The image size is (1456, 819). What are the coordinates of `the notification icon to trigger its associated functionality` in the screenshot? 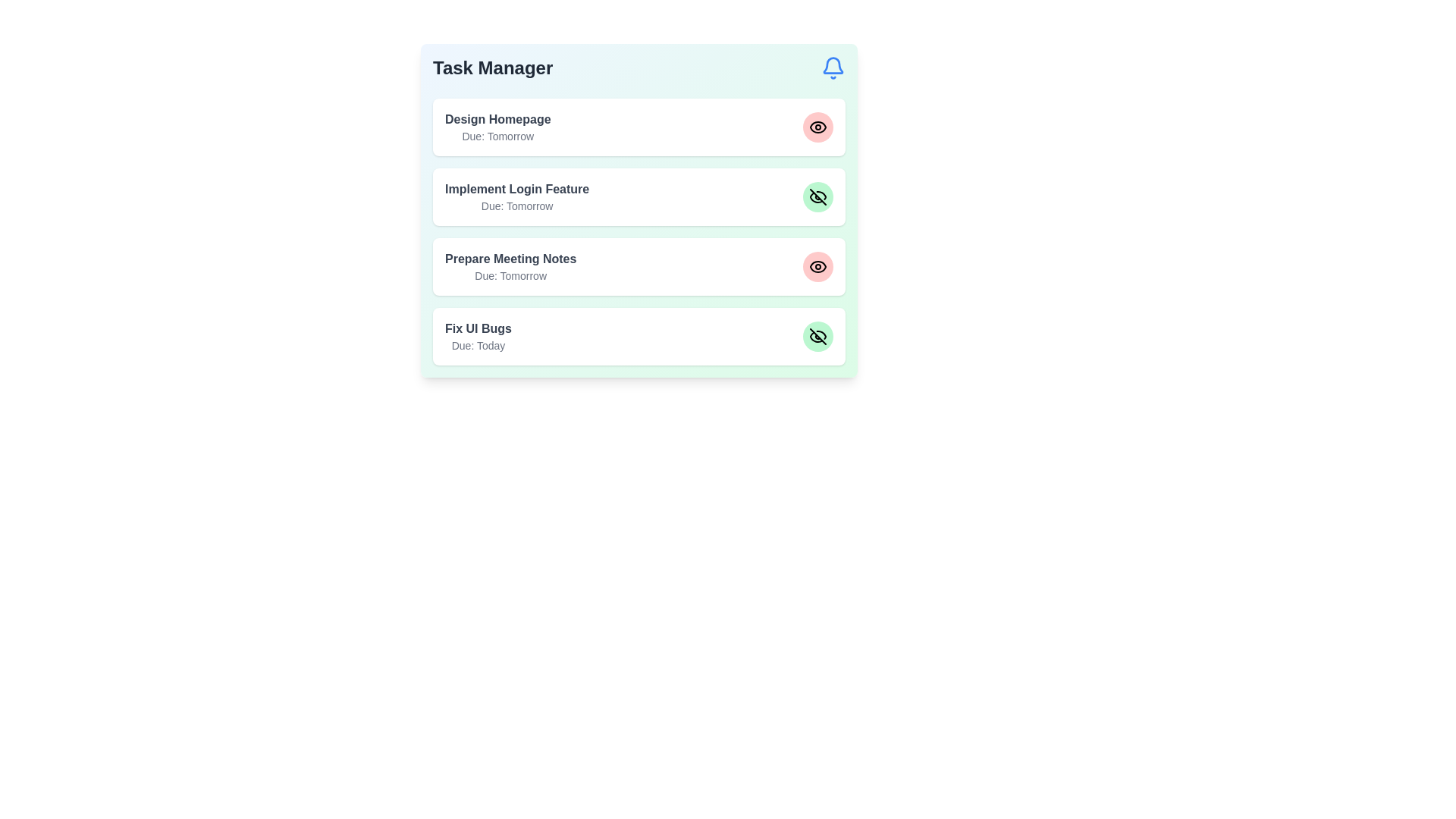 It's located at (833, 67).